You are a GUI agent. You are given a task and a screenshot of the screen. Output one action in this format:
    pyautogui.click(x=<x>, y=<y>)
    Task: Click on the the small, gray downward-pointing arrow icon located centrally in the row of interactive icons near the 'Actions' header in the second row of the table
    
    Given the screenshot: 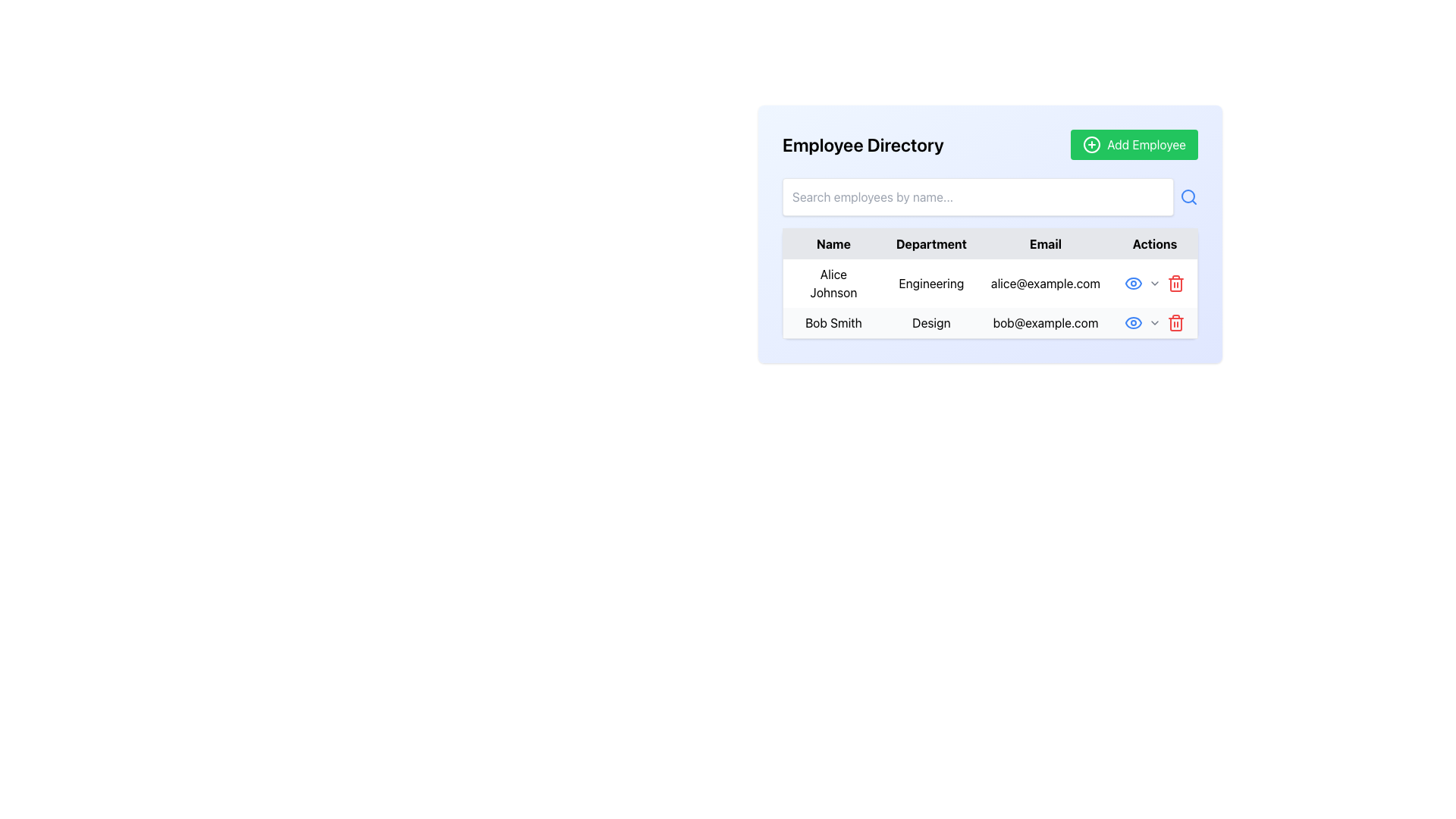 What is the action you would take?
    pyautogui.click(x=1153, y=284)
    